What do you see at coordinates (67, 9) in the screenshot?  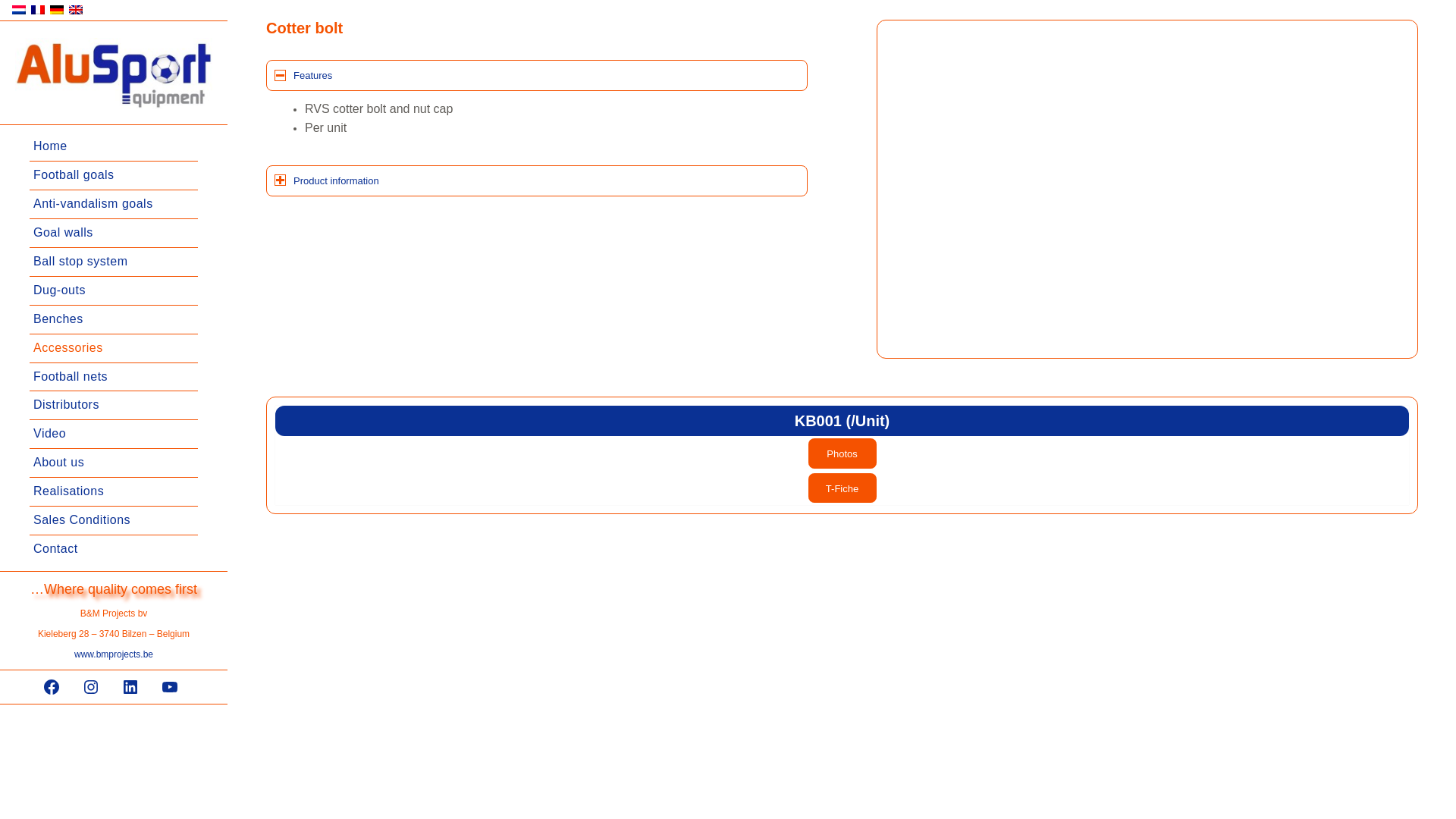 I see `'English'` at bounding box center [67, 9].